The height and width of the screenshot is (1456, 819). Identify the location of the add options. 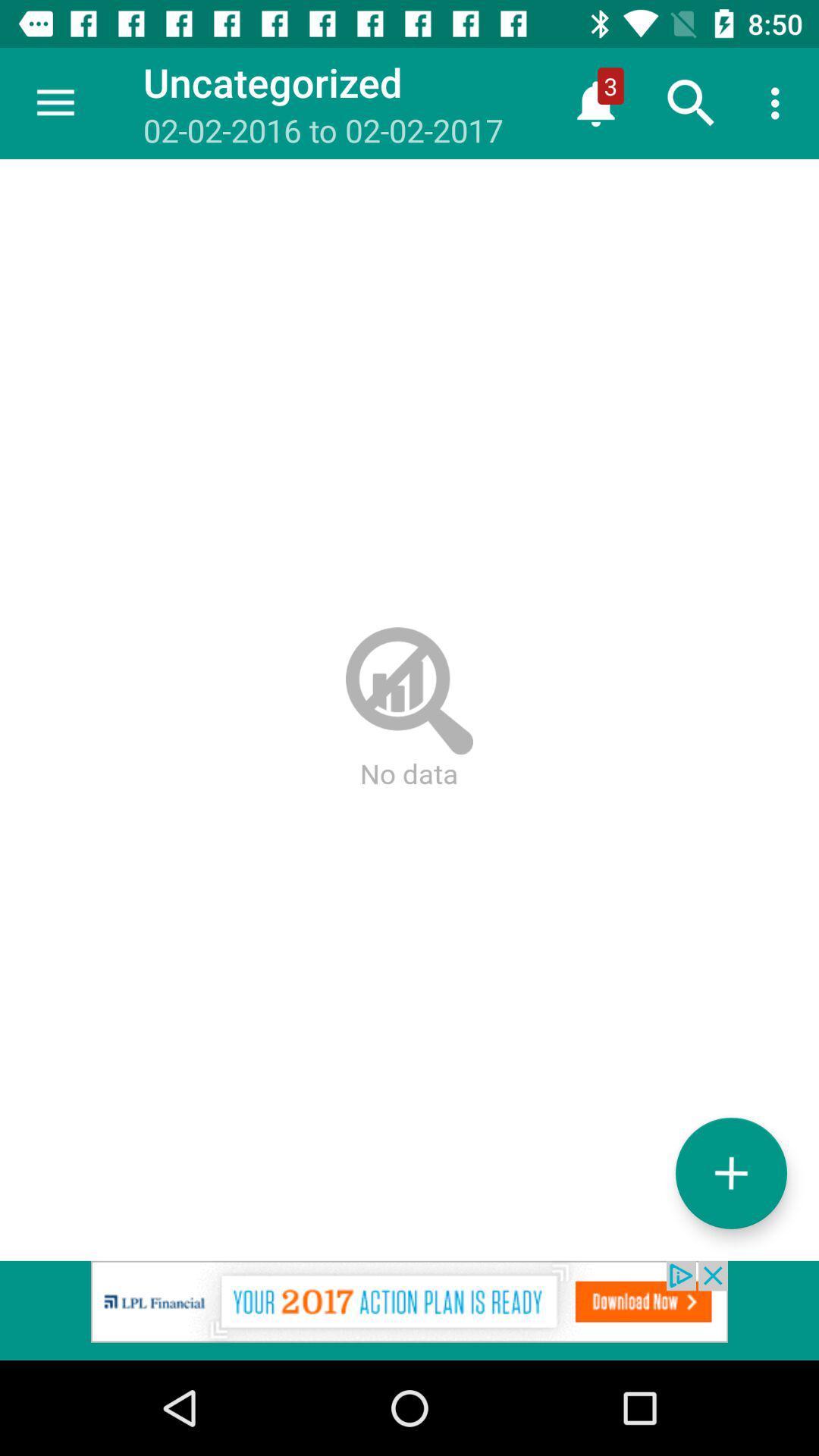
(730, 1172).